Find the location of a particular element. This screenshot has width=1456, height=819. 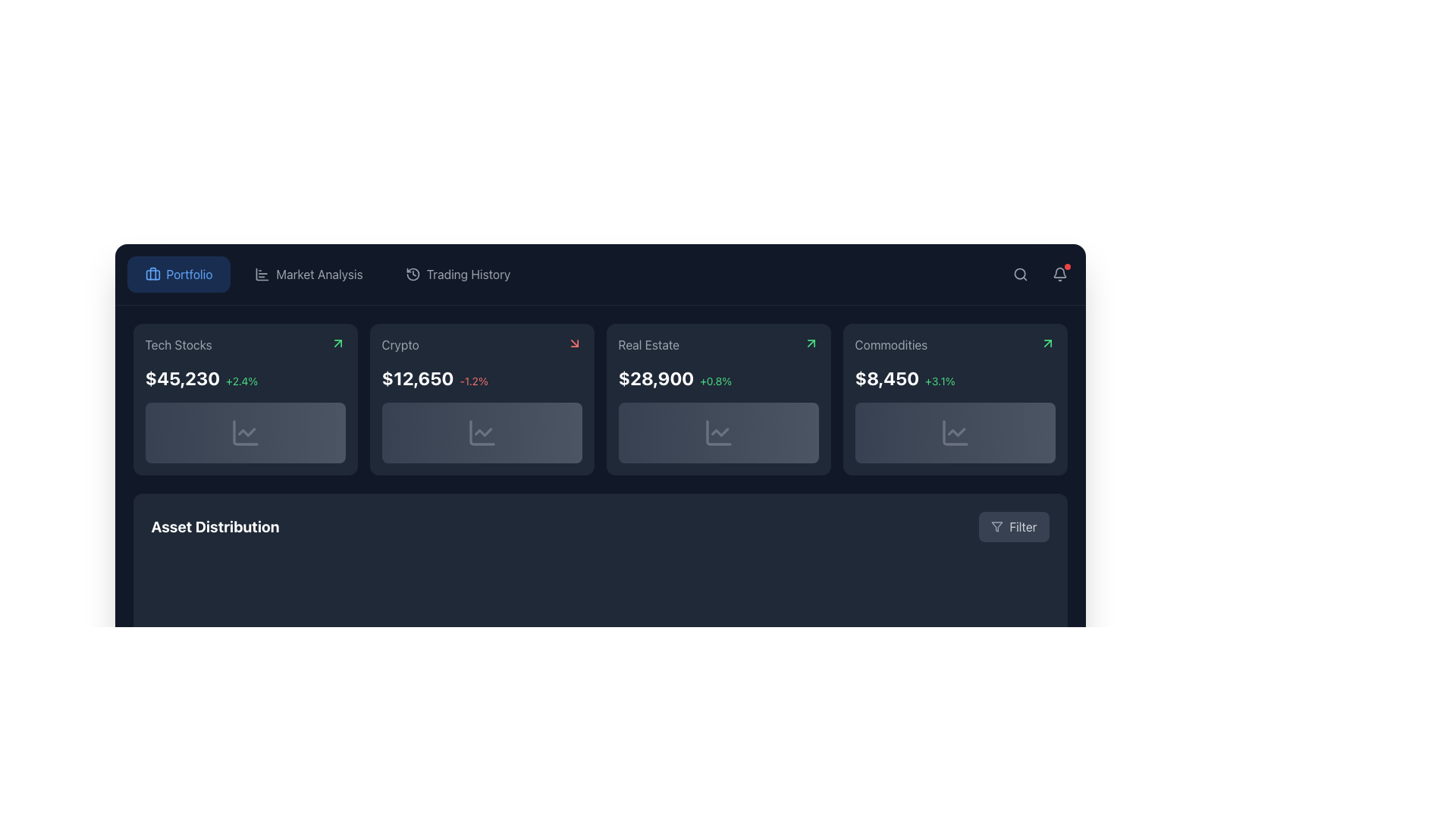

text label displaying 'Portfolio' in blue font, which is part of a button-like structure adjacent to a briefcase icon, to understand the button's purpose is located at coordinates (188, 275).